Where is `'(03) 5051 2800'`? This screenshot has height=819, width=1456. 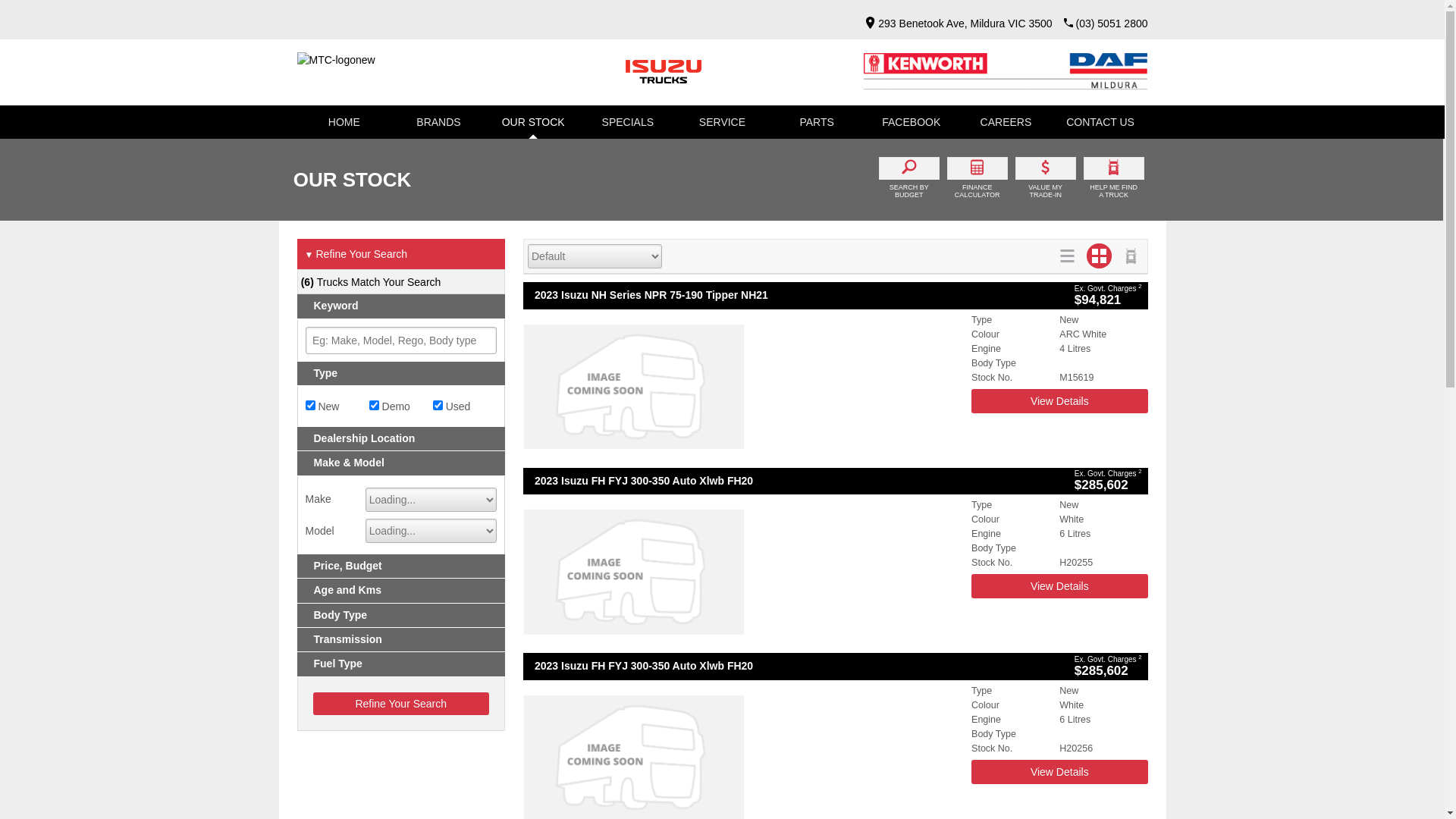 '(03) 5051 2800' is located at coordinates (1112, 23).